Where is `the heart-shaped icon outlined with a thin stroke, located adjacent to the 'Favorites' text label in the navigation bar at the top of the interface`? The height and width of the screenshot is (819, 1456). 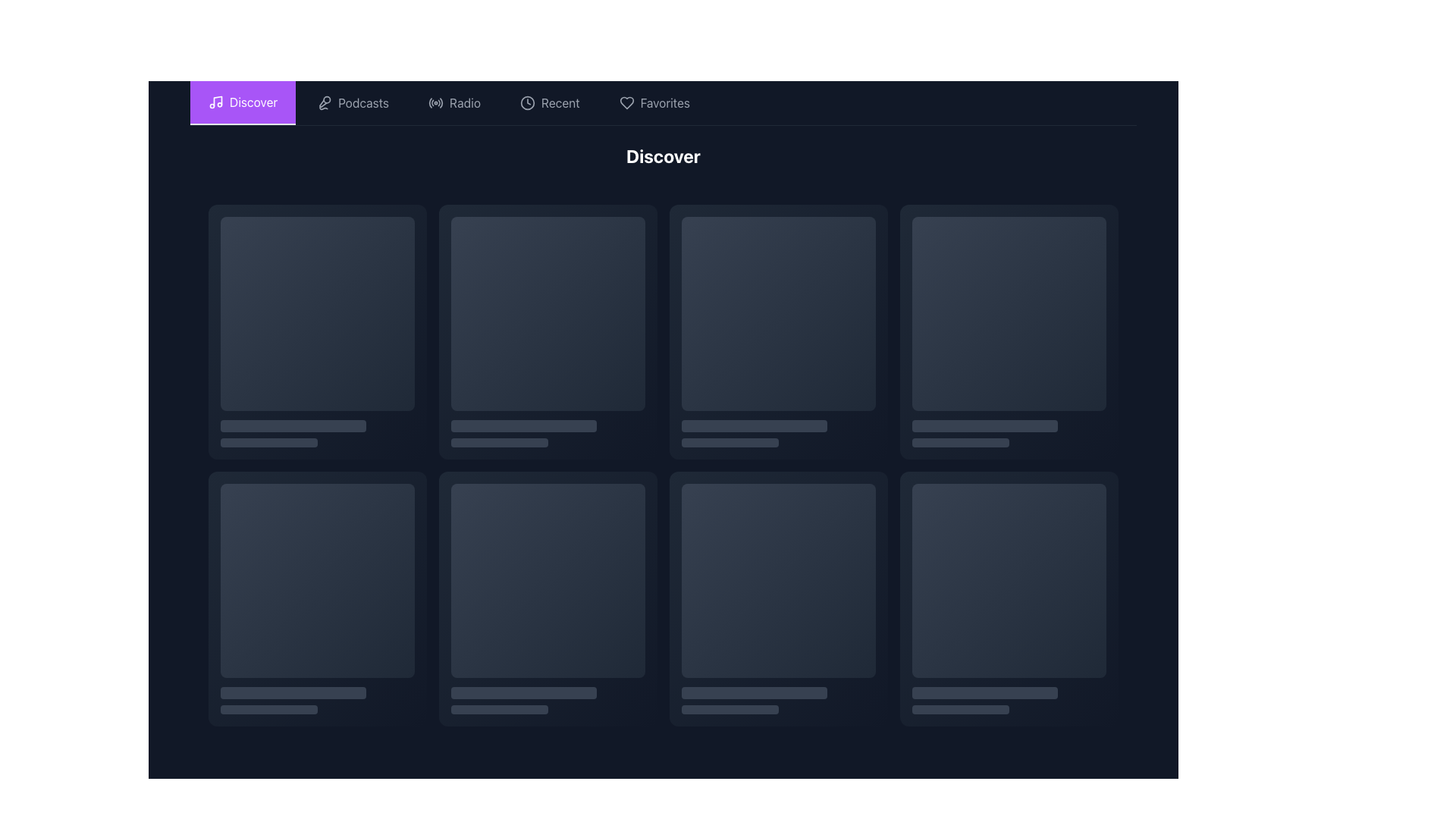 the heart-shaped icon outlined with a thin stroke, located adjacent to the 'Favorites' text label in the navigation bar at the top of the interface is located at coordinates (626, 102).